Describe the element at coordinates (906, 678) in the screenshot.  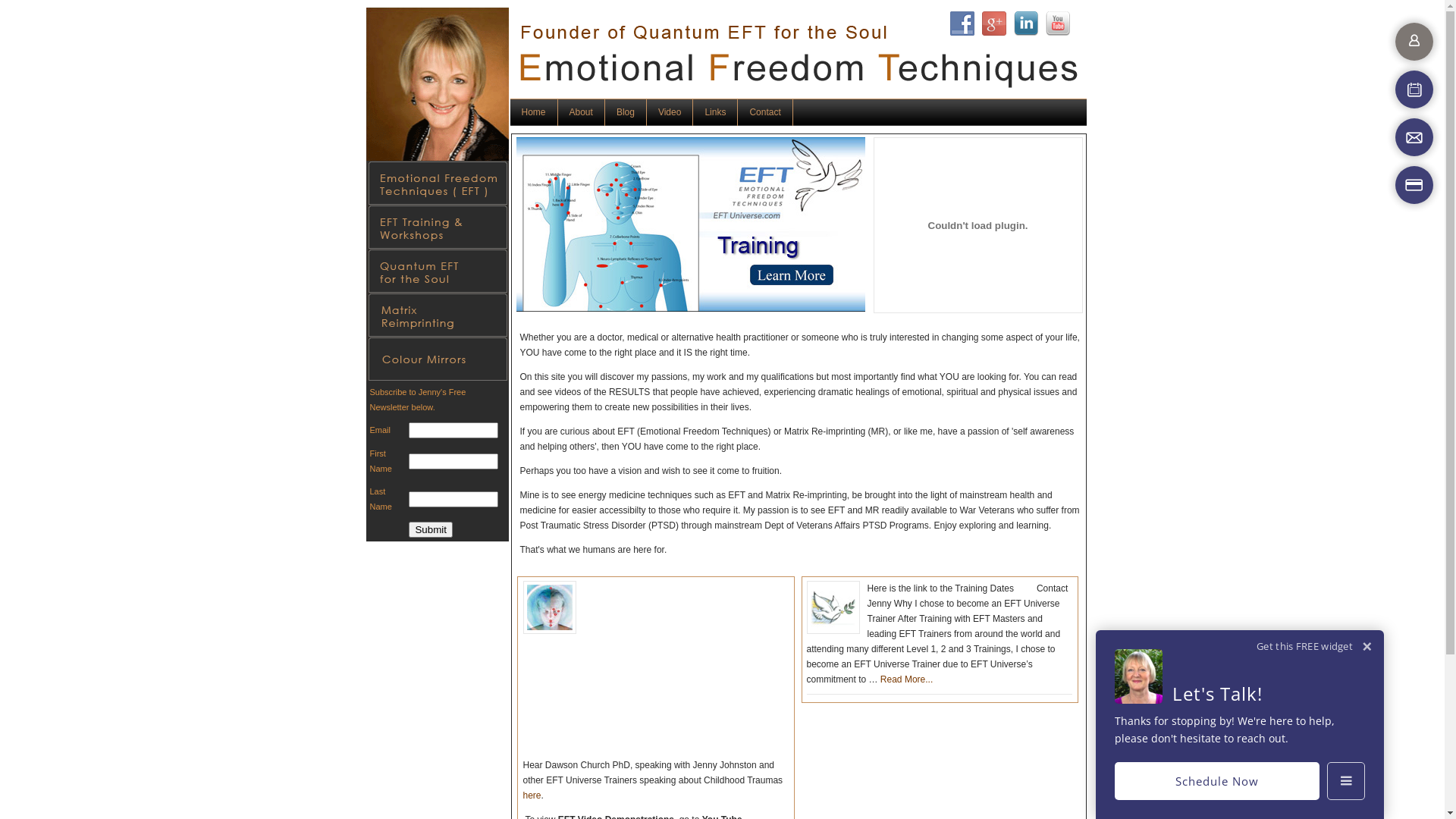
I see `'Read More...'` at that location.